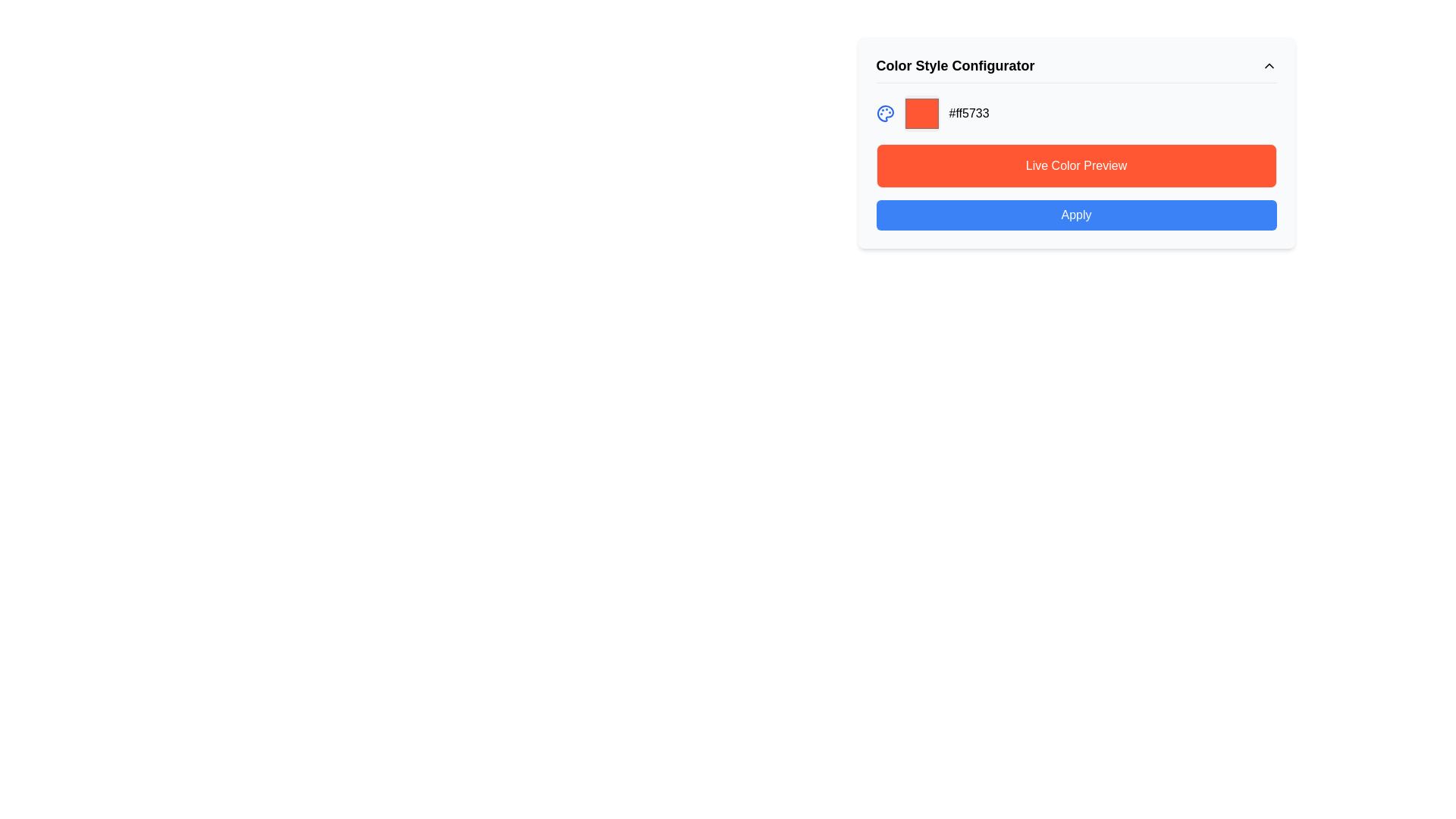 The height and width of the screenshot is (819, 1456). Describe the element at coordinates (1075, 166) in the screenshot. I see `the text label reading 'Live Color Preview', which is styled with a white font on a vibrant orange background, located above the blue 'Apply' button` at that location.